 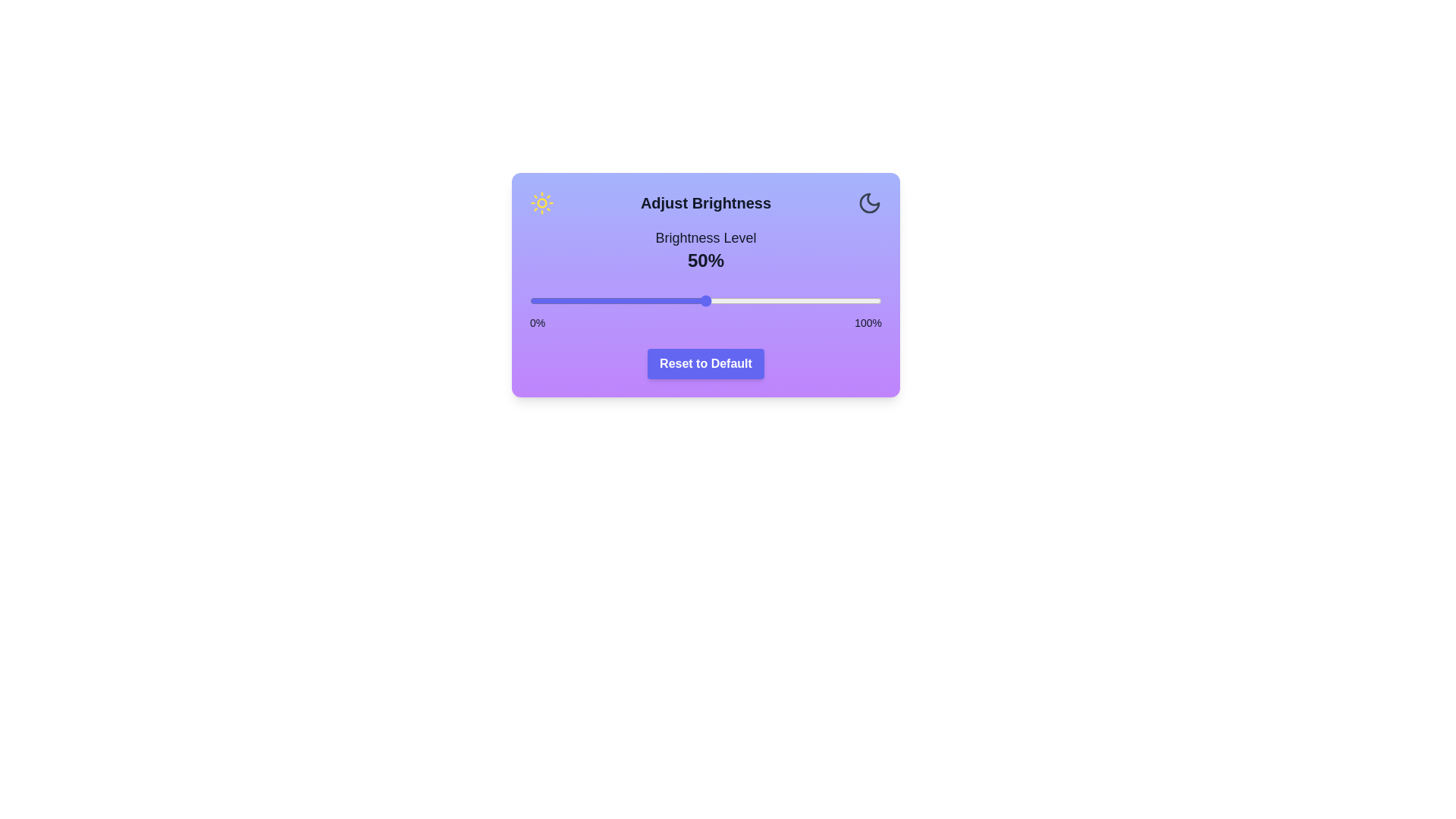 What do you see at coordinates (603, 301) in the screenshot?
I see `the brightness to 21% by moving the slider` at bounding box center [603, 301].